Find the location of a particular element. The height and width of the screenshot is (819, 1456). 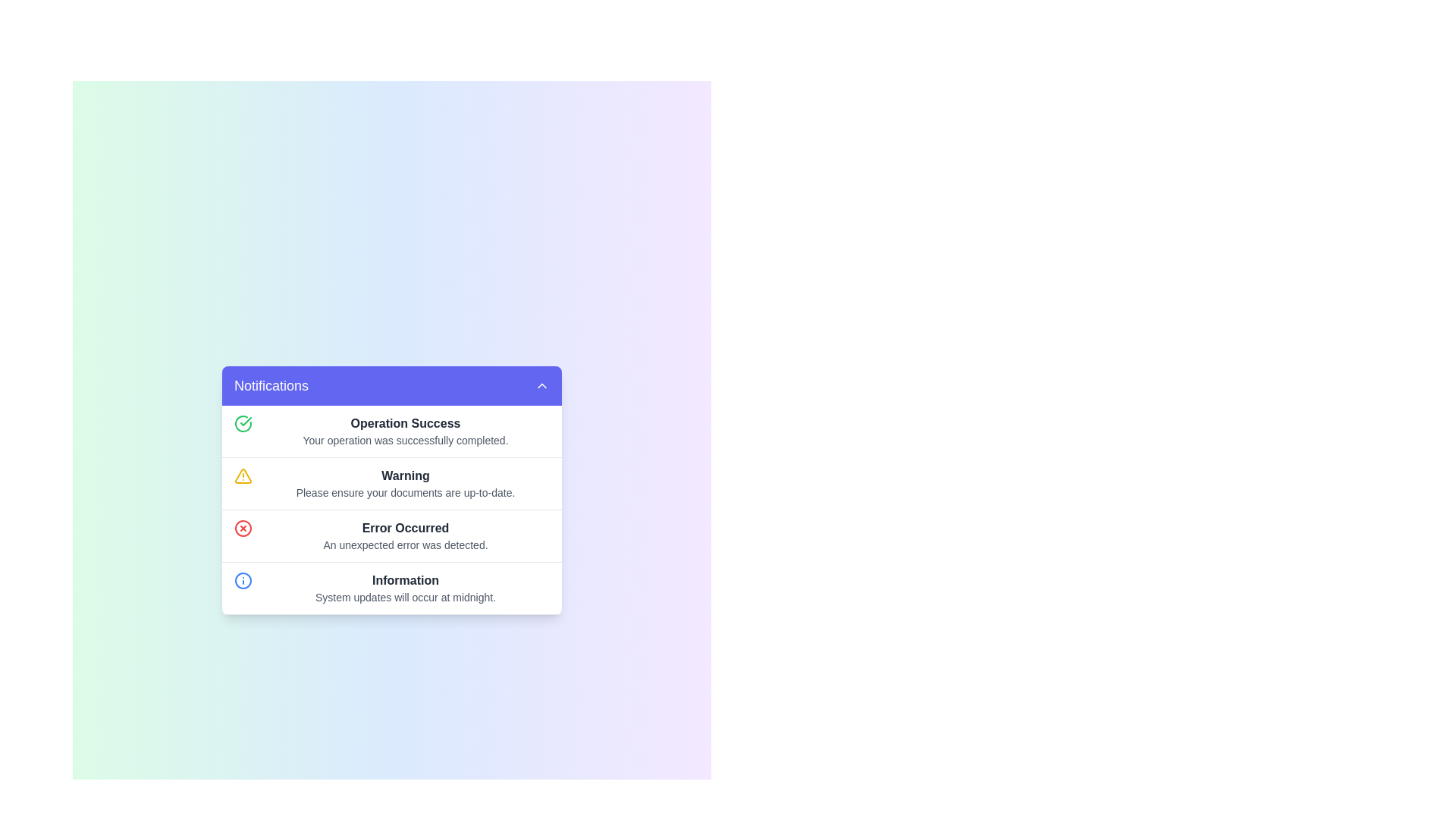

text element that contains 'Your operation was successfully completed.', which is styled in smaller, gray-colored text and positioned below the title 'Operation Success' is located at coordinates (405, 441).